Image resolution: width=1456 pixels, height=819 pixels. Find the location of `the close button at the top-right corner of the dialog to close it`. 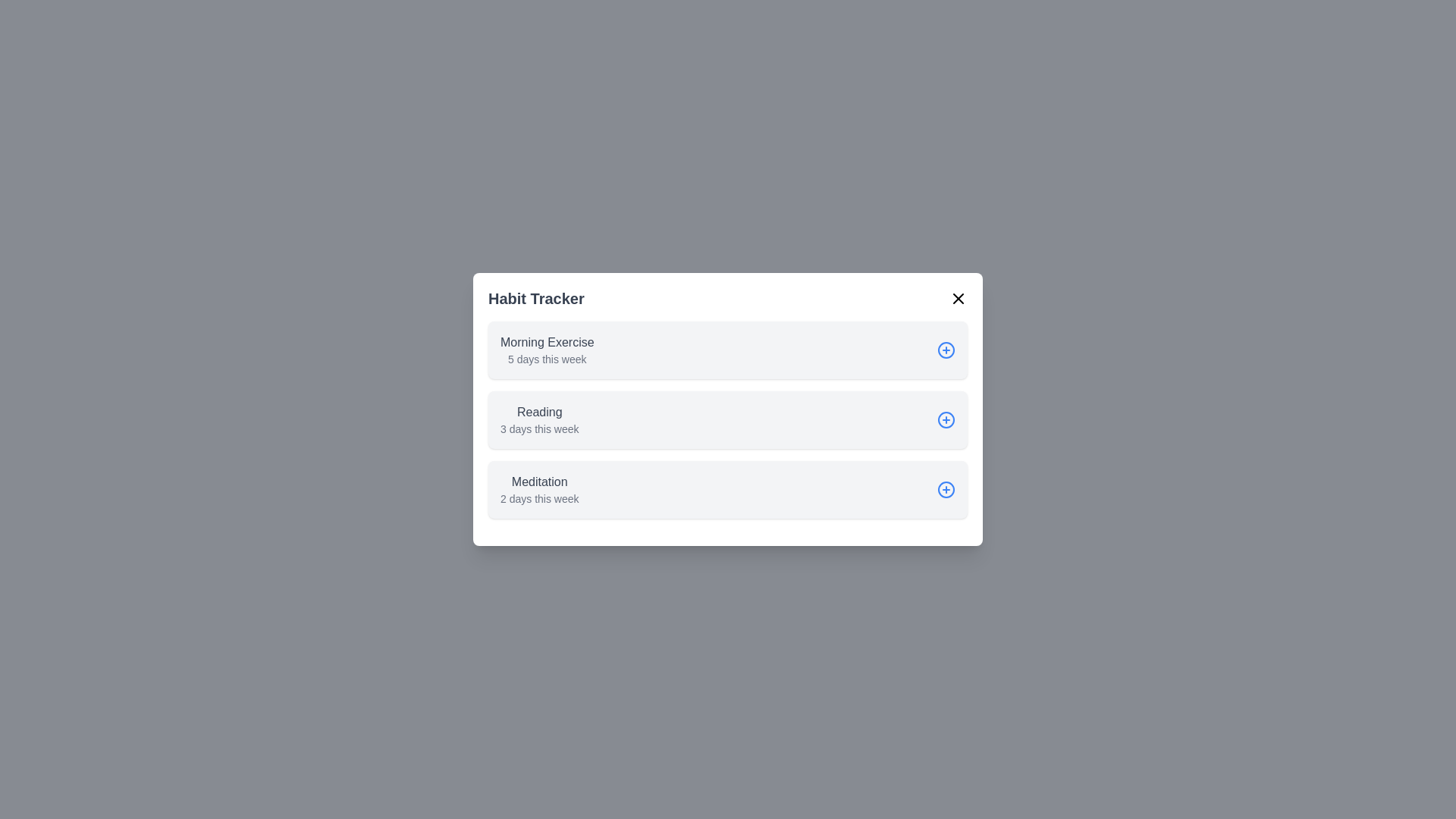

the close button at the top-right corner of the dialog to close it is located at coordinates (957, 298).